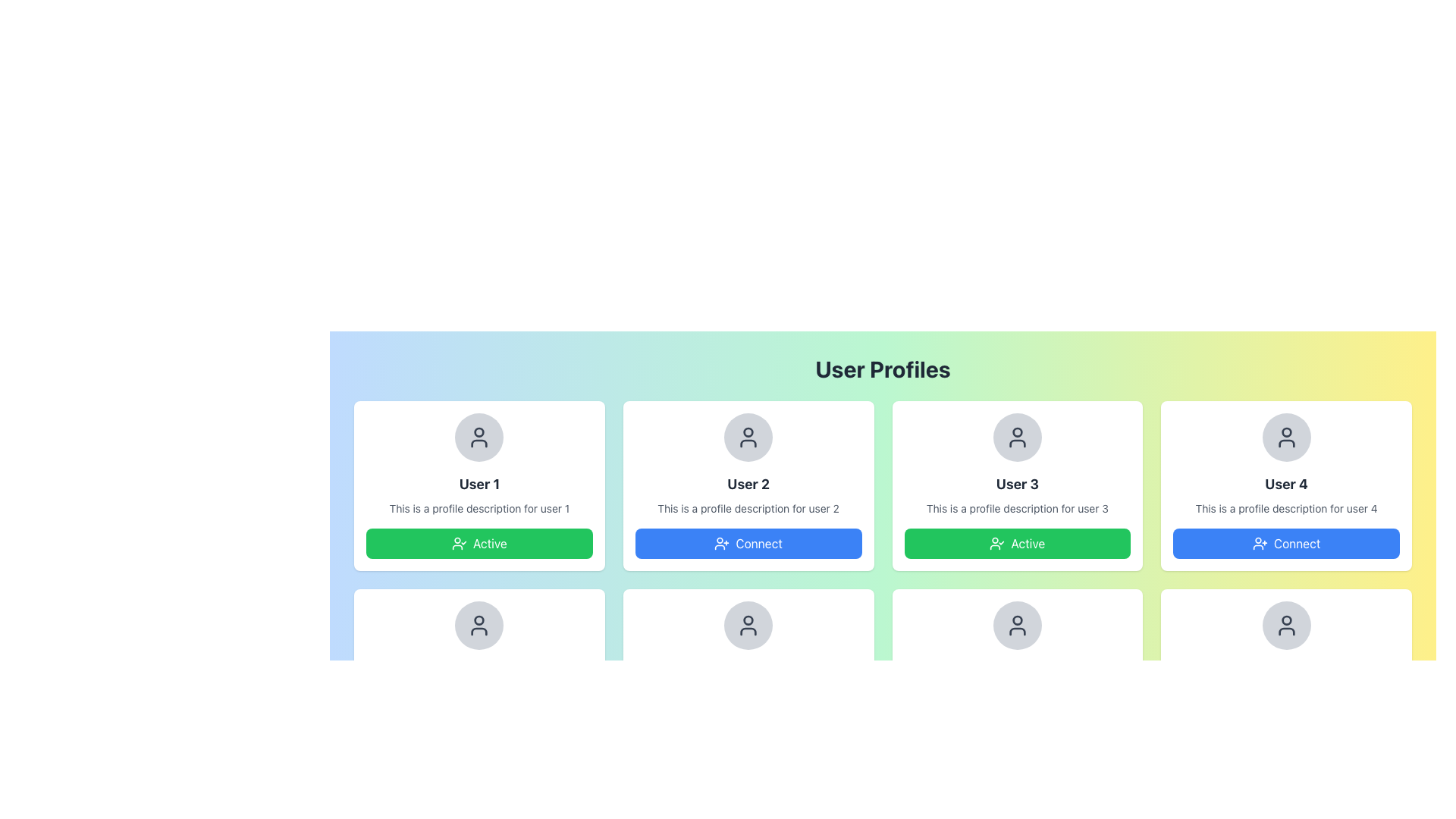 The height and width of the screenshot is (819, 1456). Describe the element at coordinates (1017, 432) in the screenshot. I see `the visual indicator located within the 'User 3' card's profile image section, which is nested inside the head symbol of the user icon at the top of the card` at that location.